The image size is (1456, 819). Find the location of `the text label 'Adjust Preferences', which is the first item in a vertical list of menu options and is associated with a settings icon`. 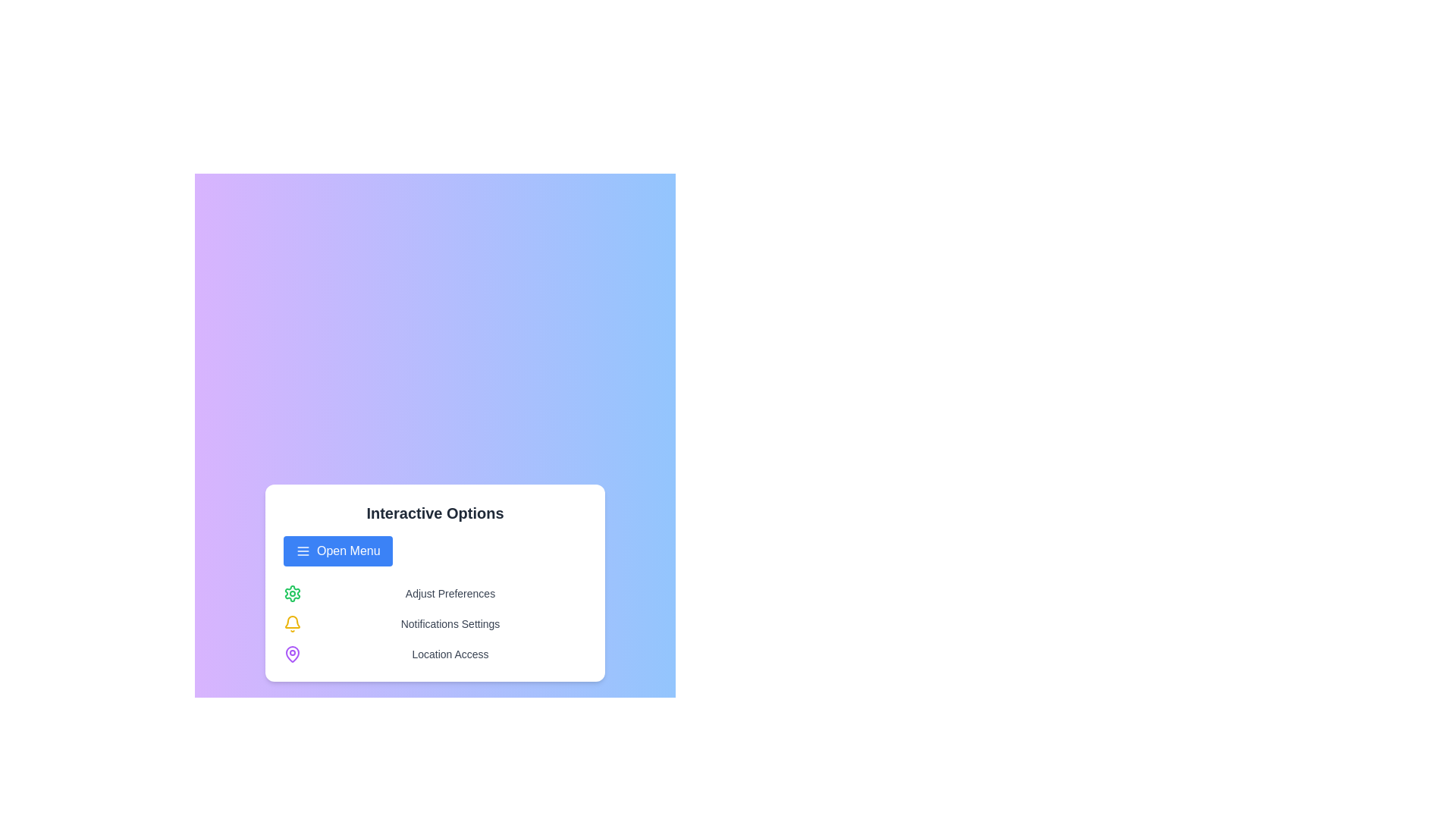

the text label 'Adjust Preferences', which is the first item in a vertical list of menu options and is associated with a settings icon is located at coordinates (450, 593).